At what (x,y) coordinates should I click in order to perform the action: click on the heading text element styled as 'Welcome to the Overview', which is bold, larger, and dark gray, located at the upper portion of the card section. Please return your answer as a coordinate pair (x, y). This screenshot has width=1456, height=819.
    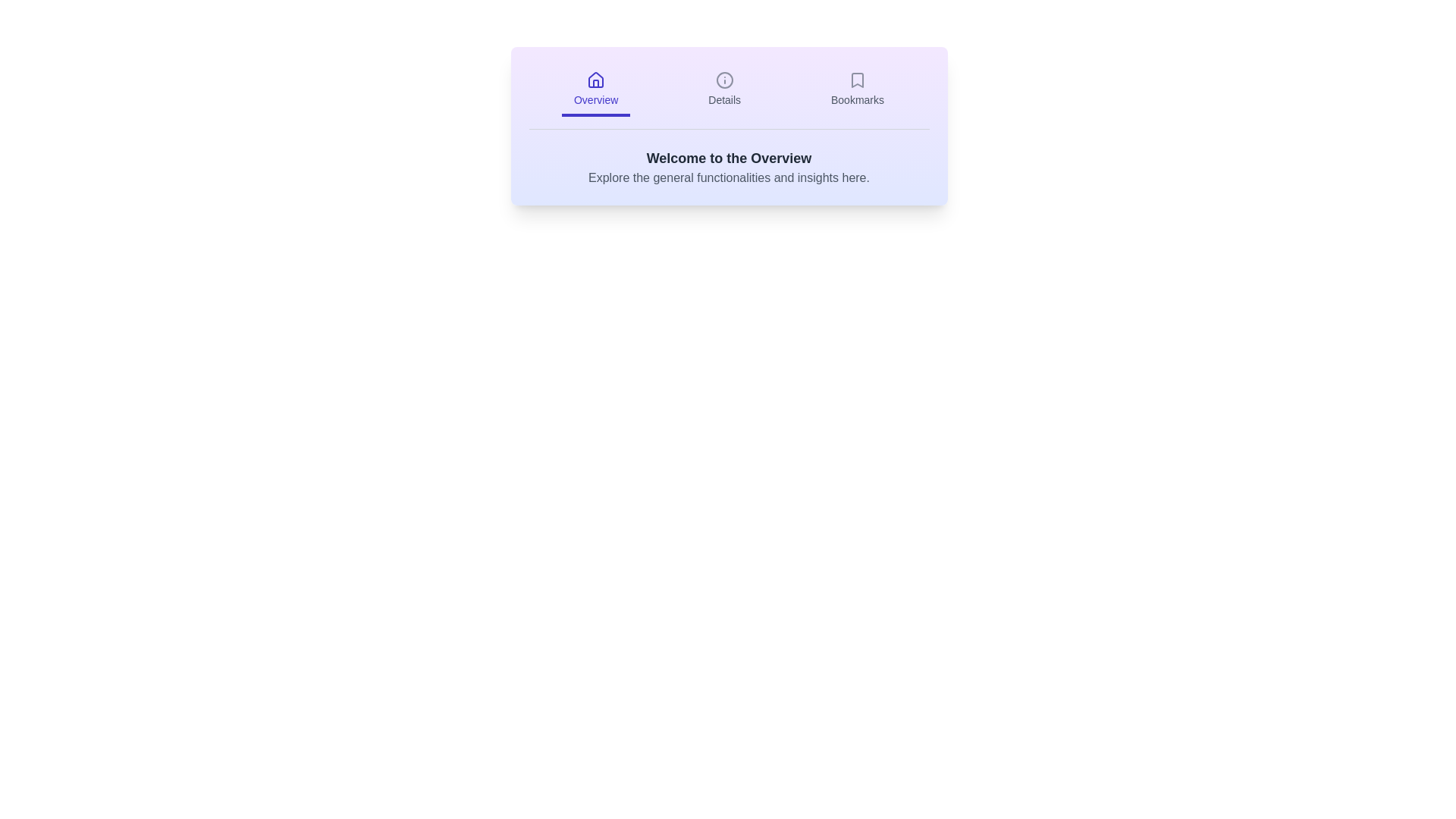
    Looking at the image, I should click on (729, 158).